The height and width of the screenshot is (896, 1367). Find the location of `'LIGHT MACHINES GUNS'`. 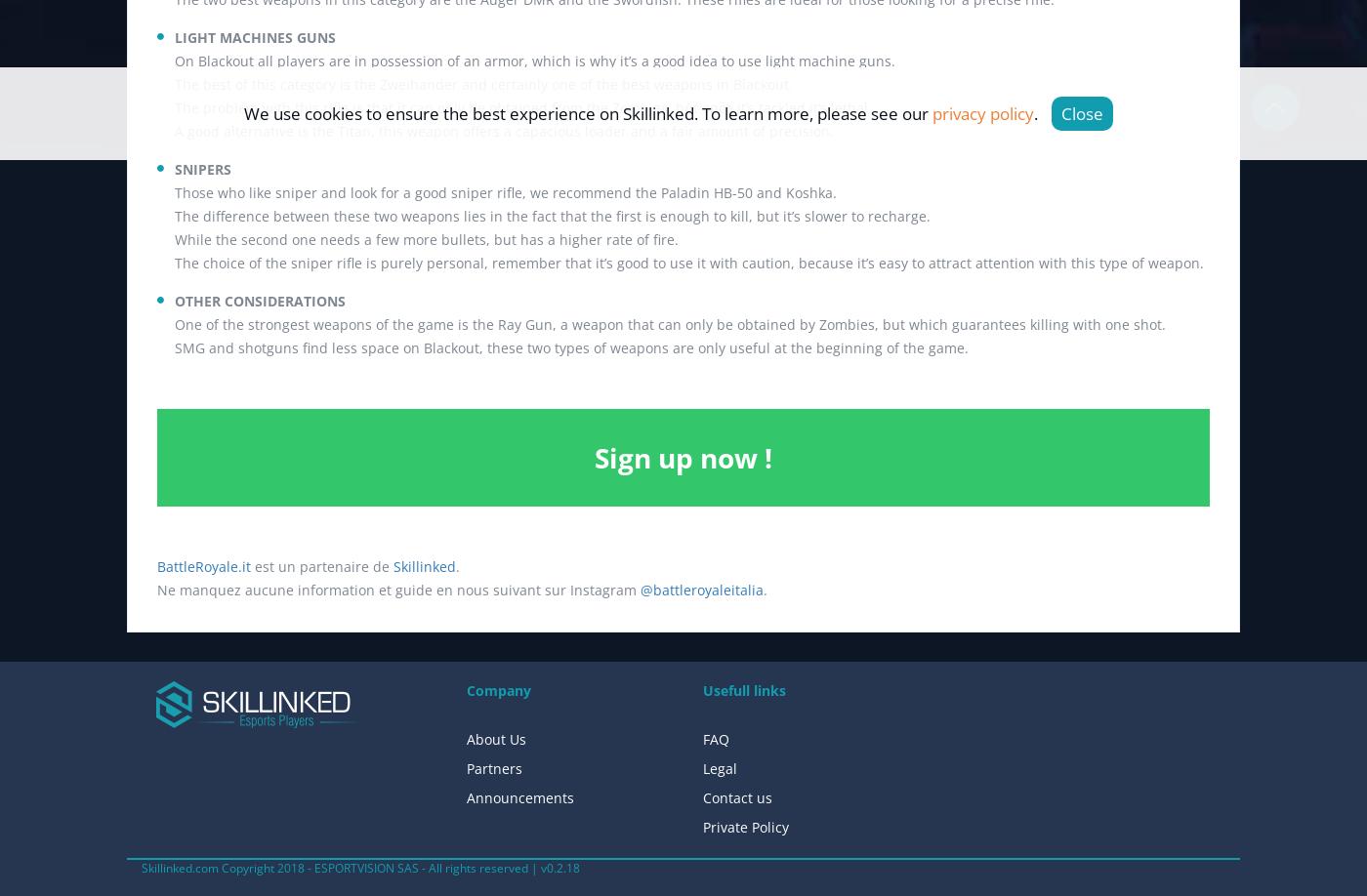

'LIGHT MACHINES GUNS' is located at coordinates (255, 37).